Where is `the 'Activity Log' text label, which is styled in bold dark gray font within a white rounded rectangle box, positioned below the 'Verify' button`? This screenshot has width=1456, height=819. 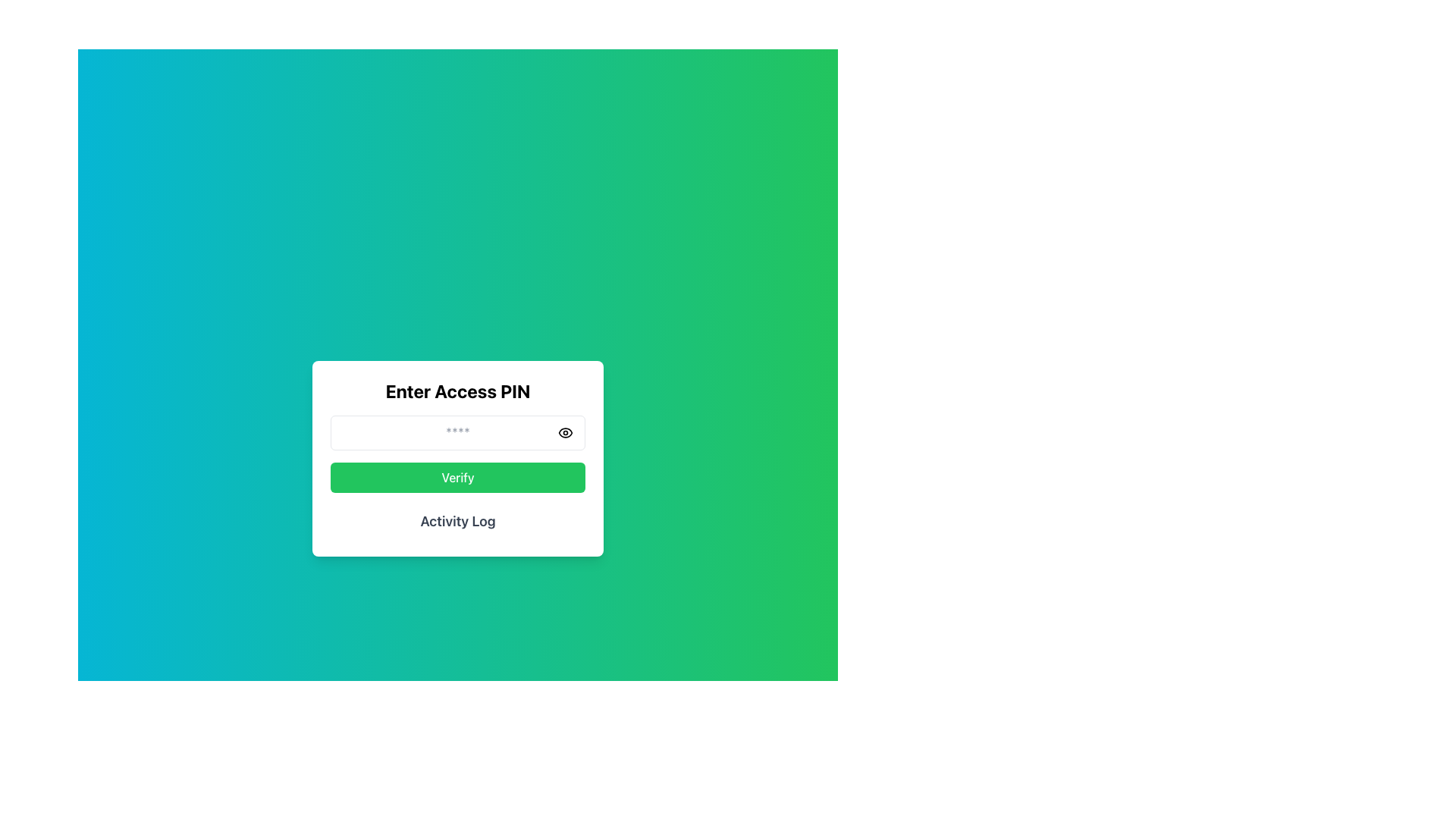
the 'Activity Log' text label, which is styled in bold dark gray font within a white rounded rectangle box, positioned below the 'Verify' button is located at coordinates (457, 520).